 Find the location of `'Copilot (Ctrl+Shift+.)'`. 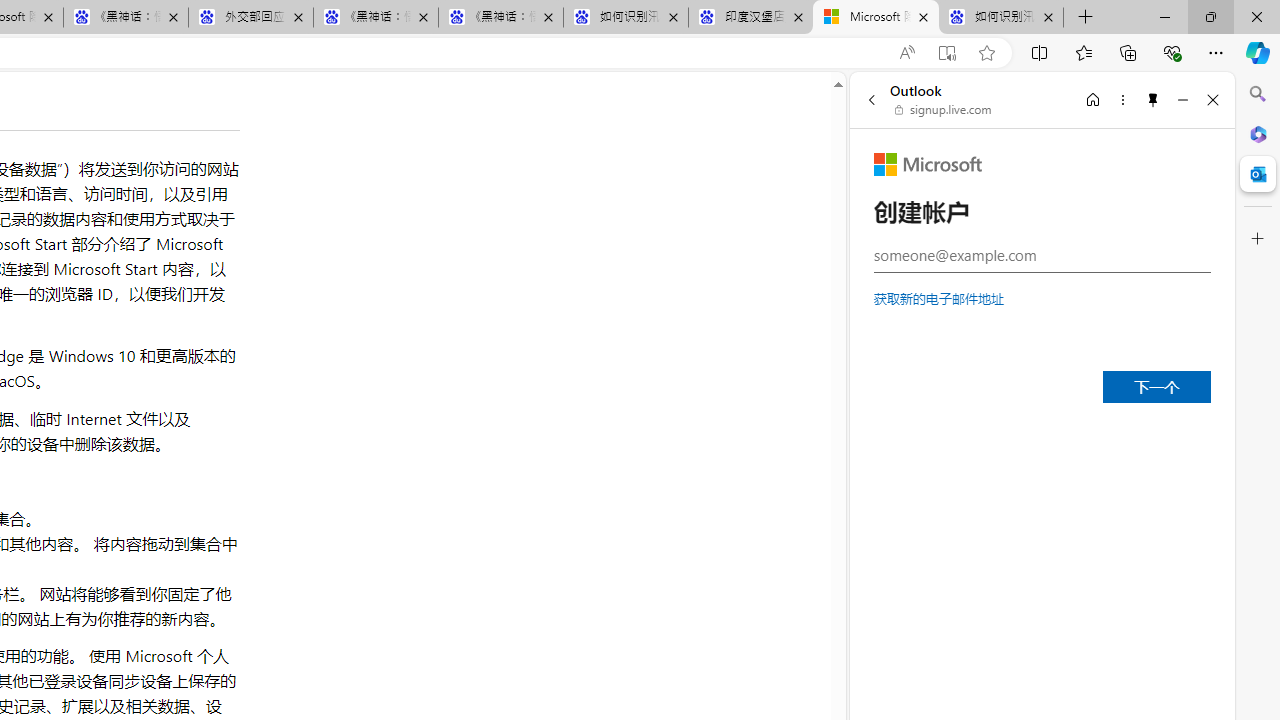

'Copilot (Ctrl+Shift+.)' is located at coordinates (1257, 51).